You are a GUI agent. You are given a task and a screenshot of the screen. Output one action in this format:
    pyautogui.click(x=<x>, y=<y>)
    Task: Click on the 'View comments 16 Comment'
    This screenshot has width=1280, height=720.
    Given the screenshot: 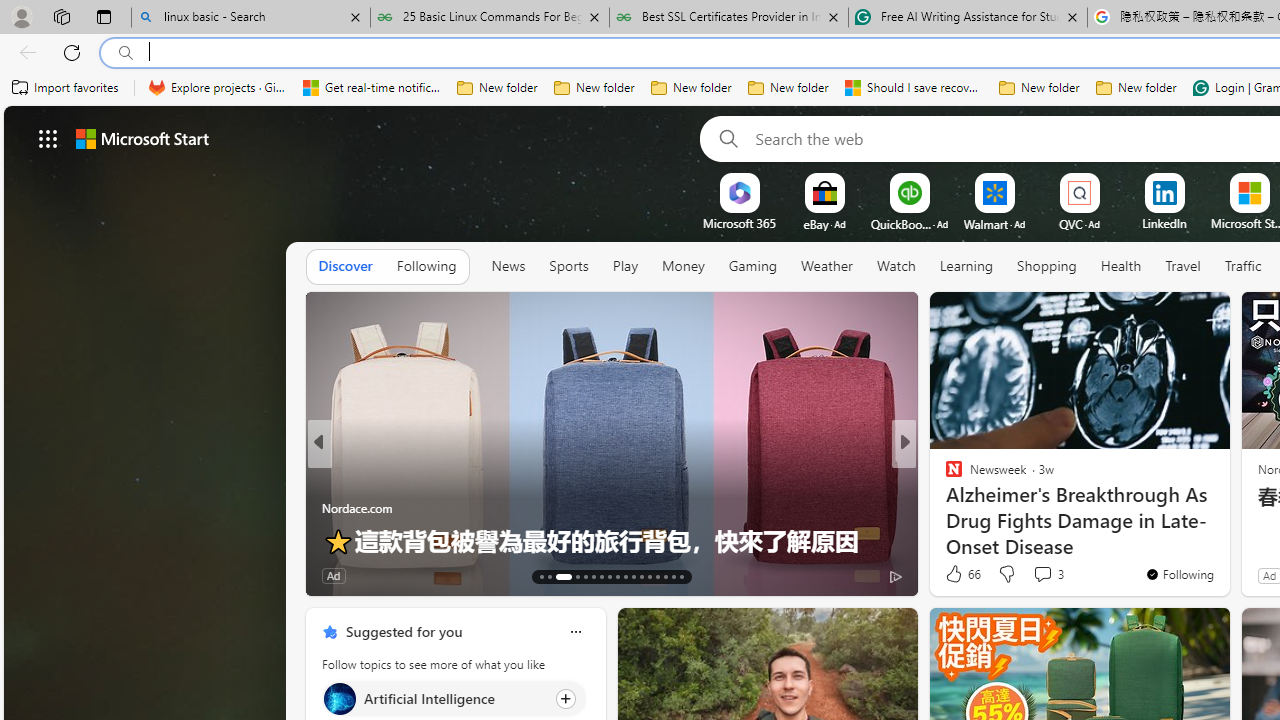 What is the action you would take?
    pyautogui.click(x=1050, y=575)
    